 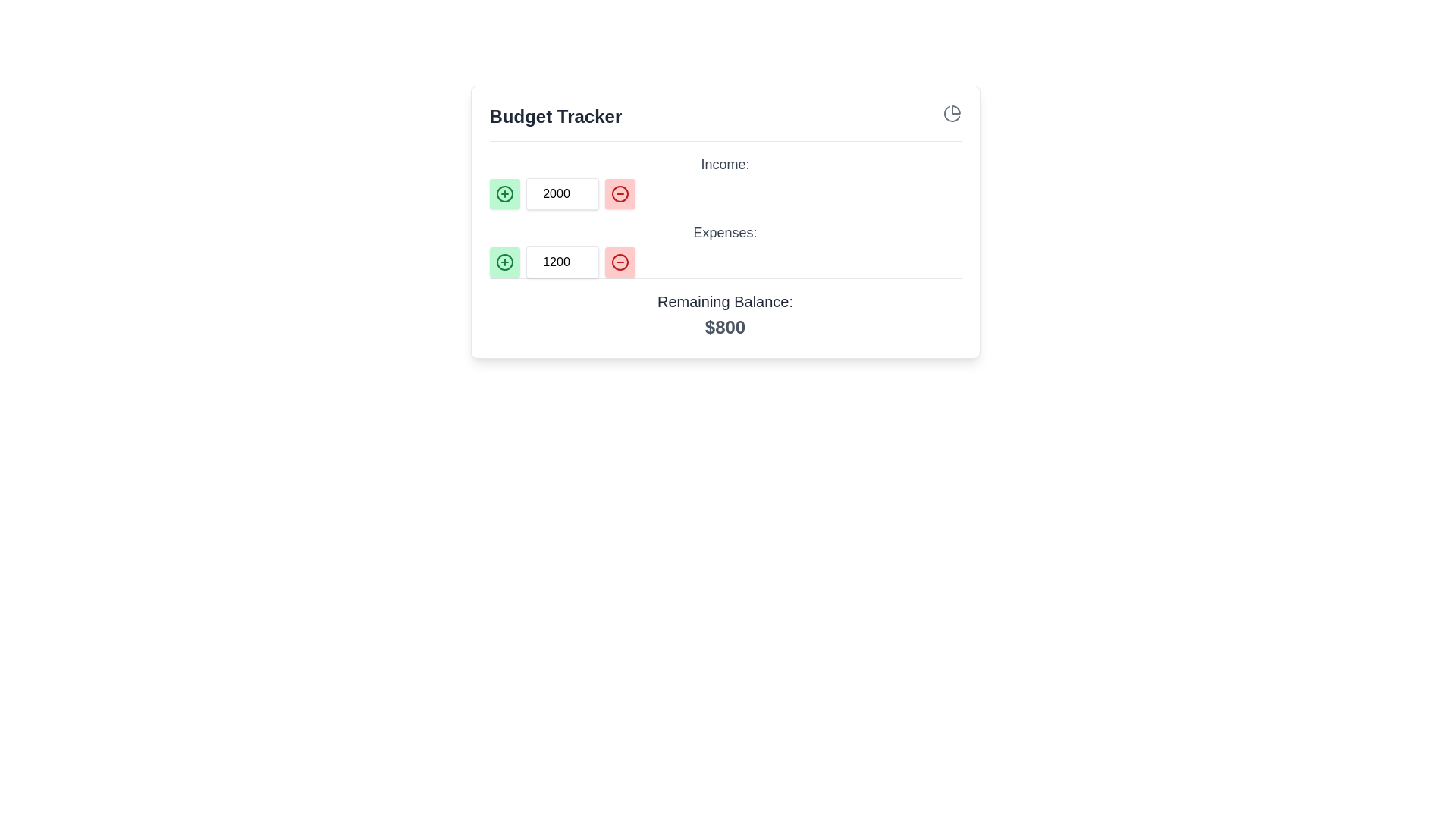 I want to click on the Text Display showing the remaining balance of '$800' in bold and gray color, located directly below the 'Remaining Balance:' label, so click(x=724, y=327).